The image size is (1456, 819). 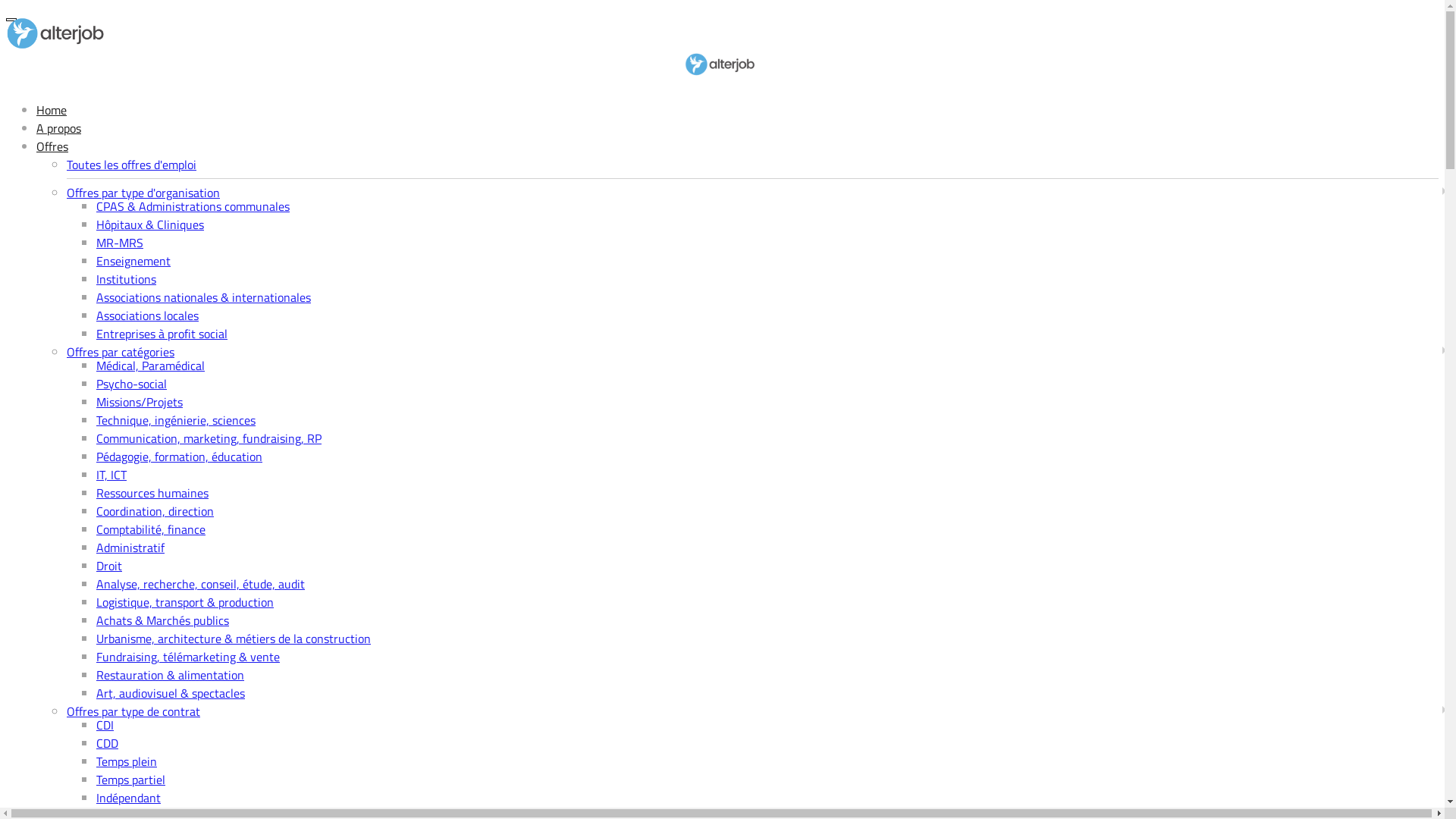 What do you see at coordinates (184, 601) in the screenshot?
I see `'Logistique, transport & production'` at bounding box center [184, 601].